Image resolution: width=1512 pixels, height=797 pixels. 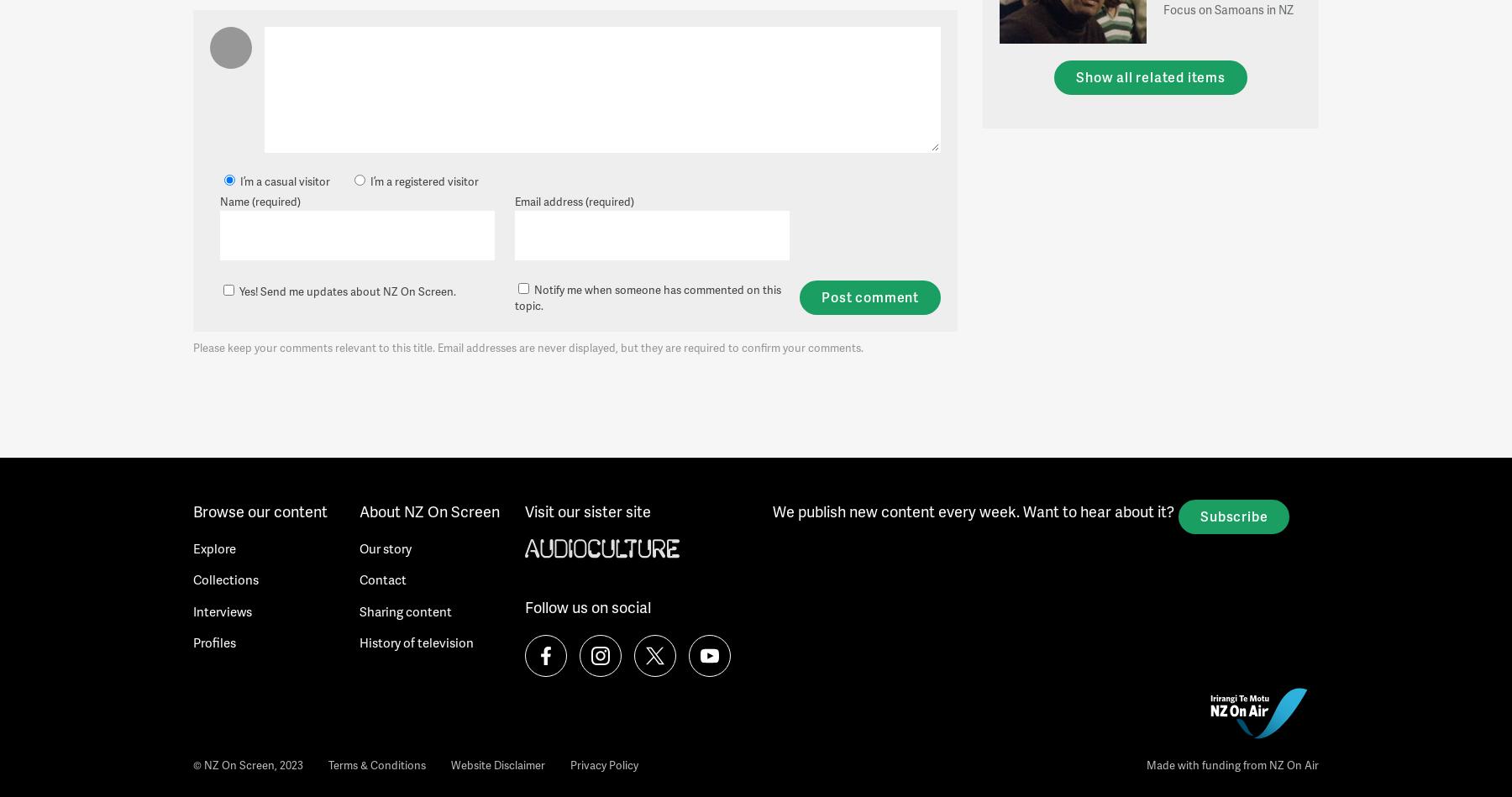 I want to click on 'Made with funding from NZ On Air', so click(x=1232, y=763).